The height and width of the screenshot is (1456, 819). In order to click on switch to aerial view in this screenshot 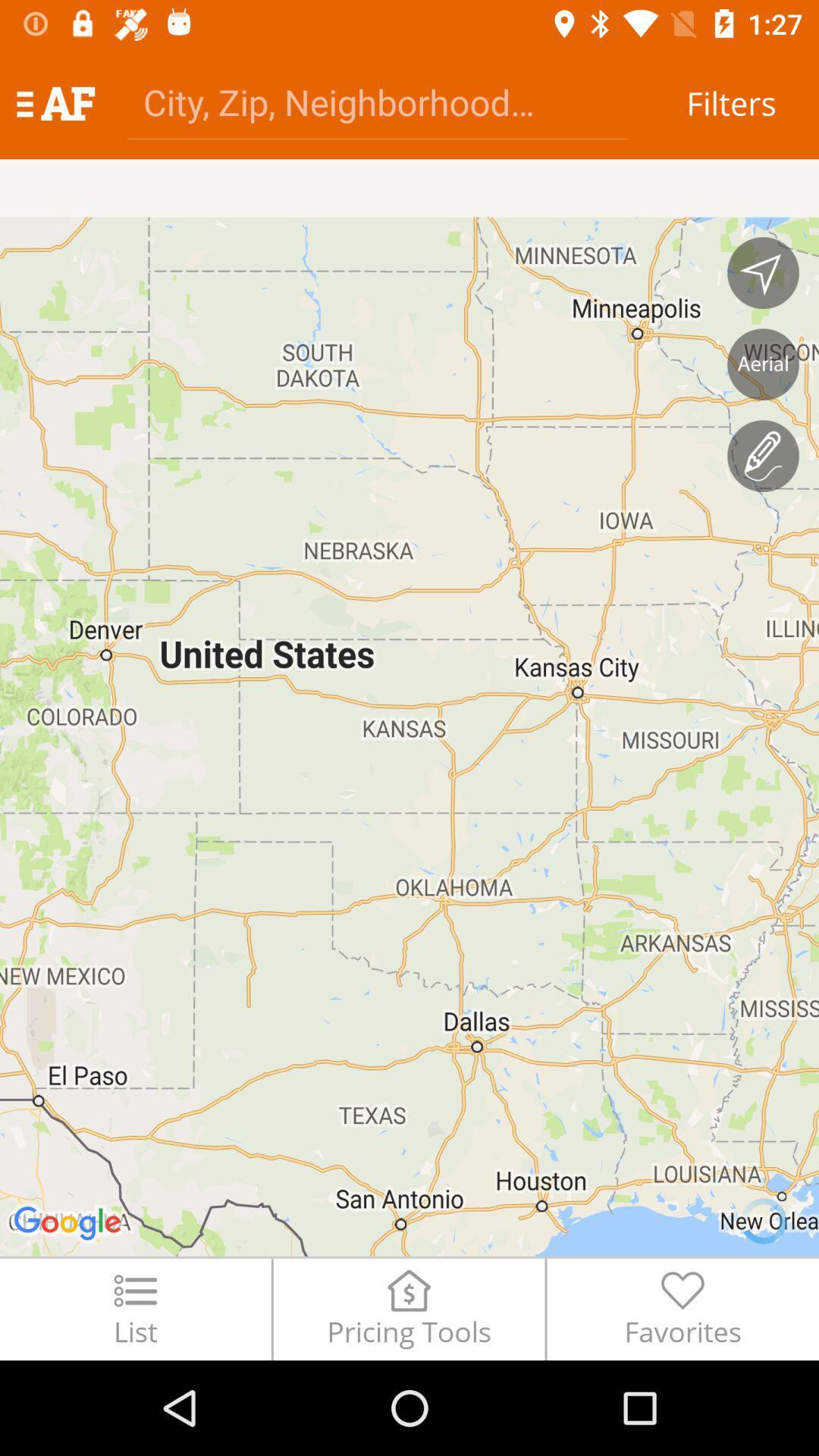, I will do `click(763, 364)`.